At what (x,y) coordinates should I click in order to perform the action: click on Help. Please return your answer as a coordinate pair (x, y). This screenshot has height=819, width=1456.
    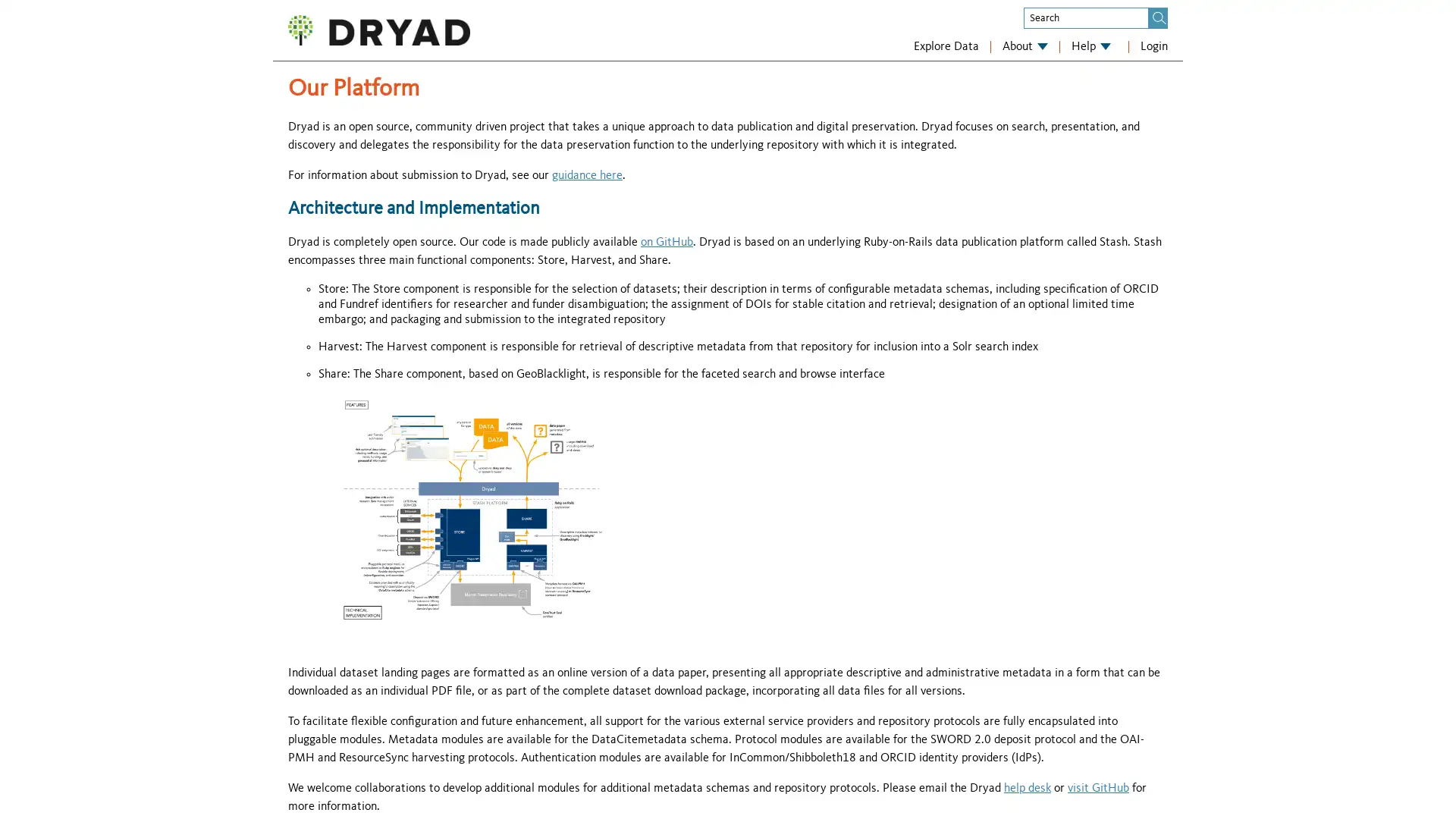
    Looking at the image, I should click on (1090, 45).